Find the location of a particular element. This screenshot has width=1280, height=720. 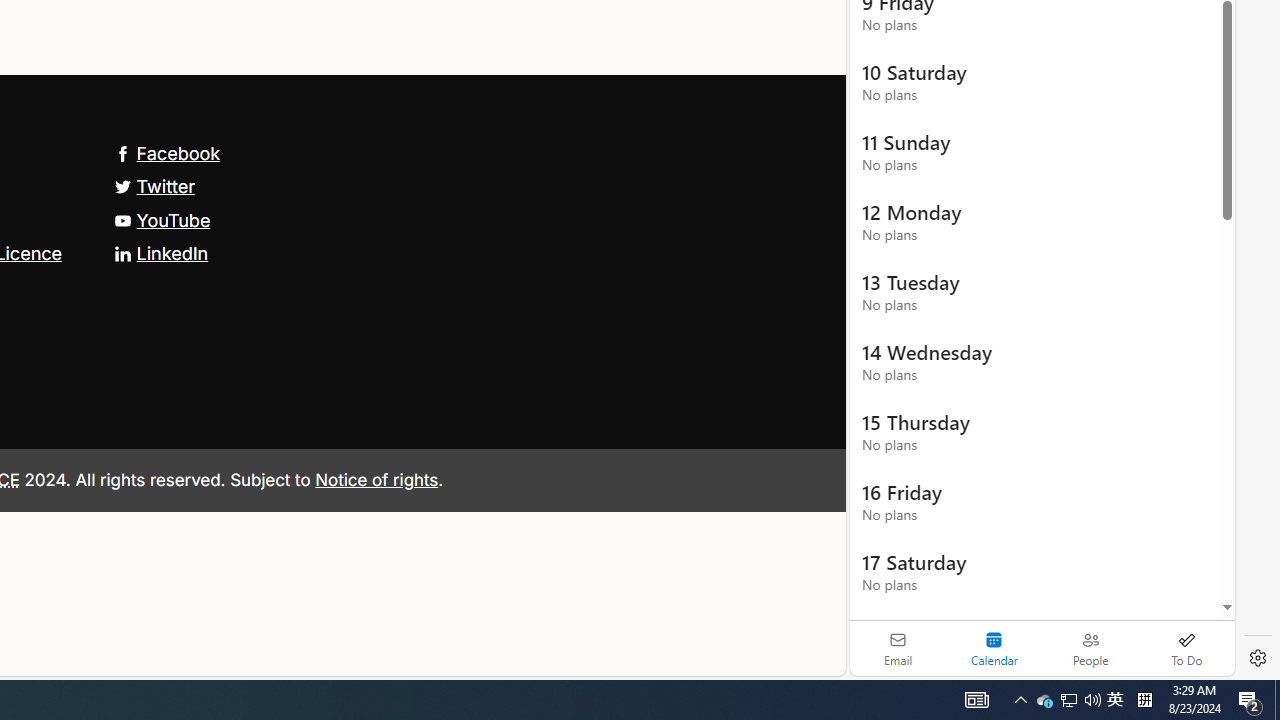

'YouTube' is located at coordinates (162, 219).